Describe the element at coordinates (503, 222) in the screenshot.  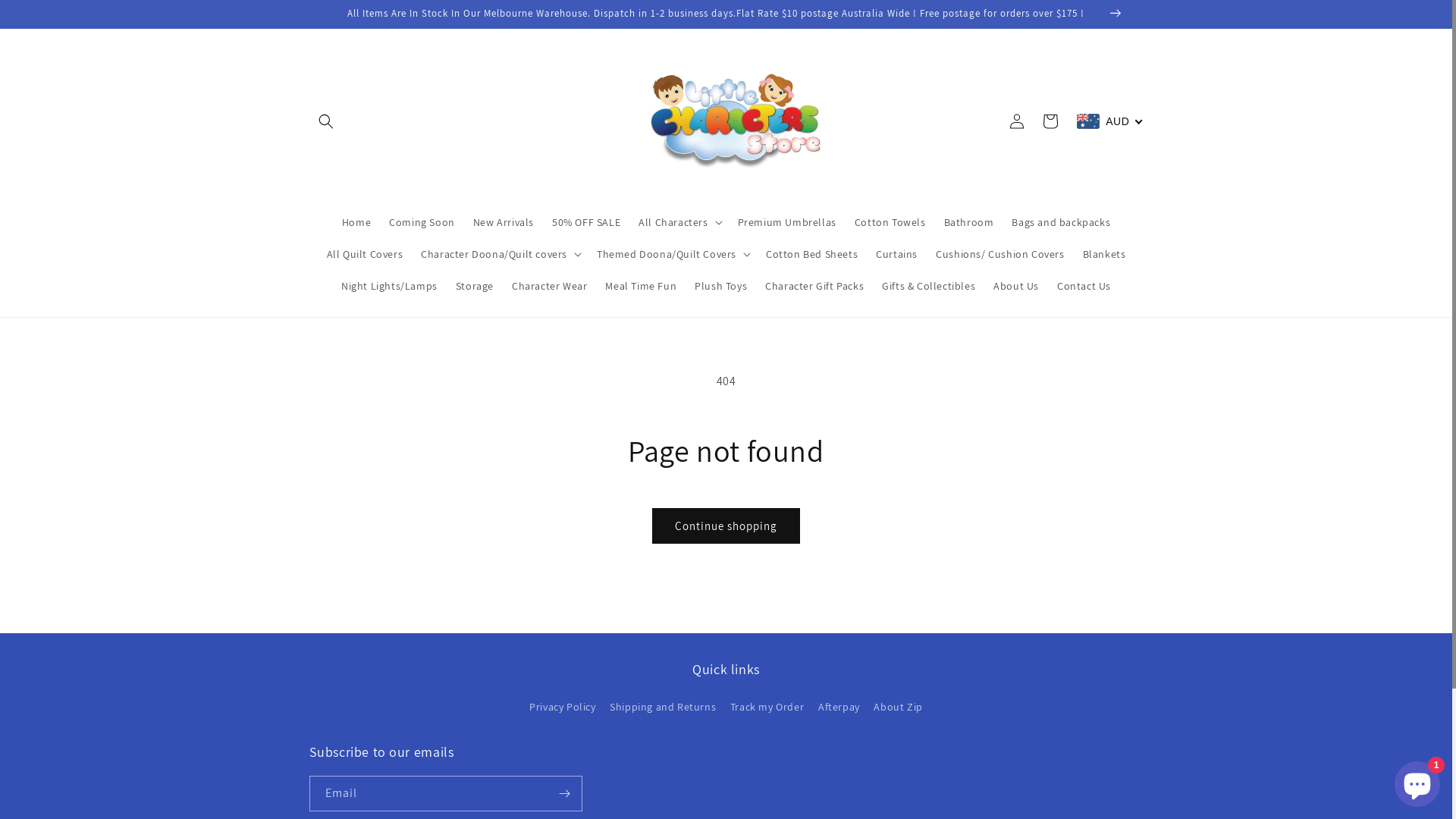
I see `'New Arrivals'` at that location.